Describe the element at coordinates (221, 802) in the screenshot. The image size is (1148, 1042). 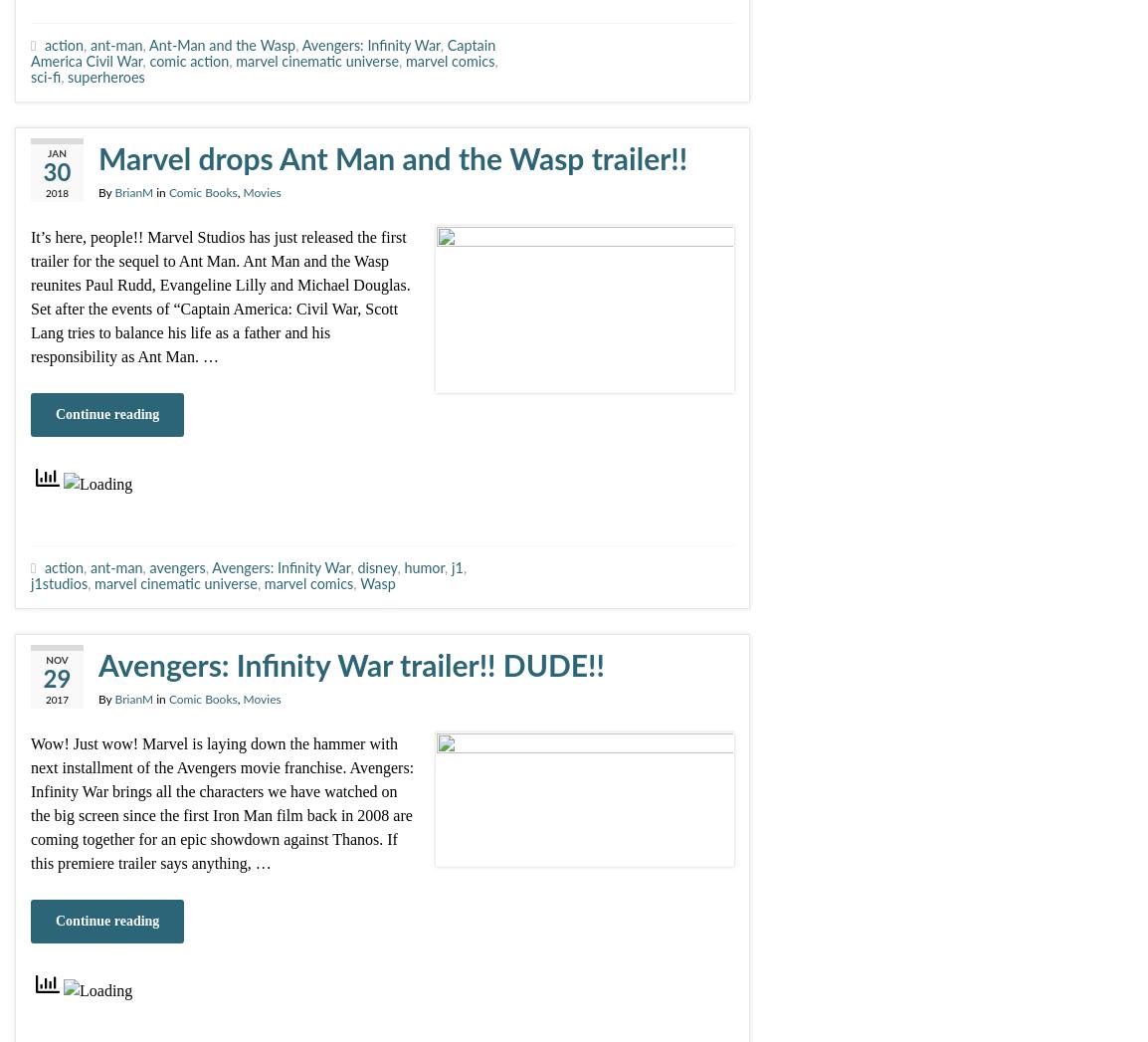
I see `'Wow! Just wow! Marvel is laying down the hammer with next installment of the Avengers movie franchise. Avengers: Infinity War brings all the characters we have watched on the big screen since the first Iron Man film back in 2008 are coming together for an epic showdown against Thanos. If this premiere trailer says anything, …'` at that location.